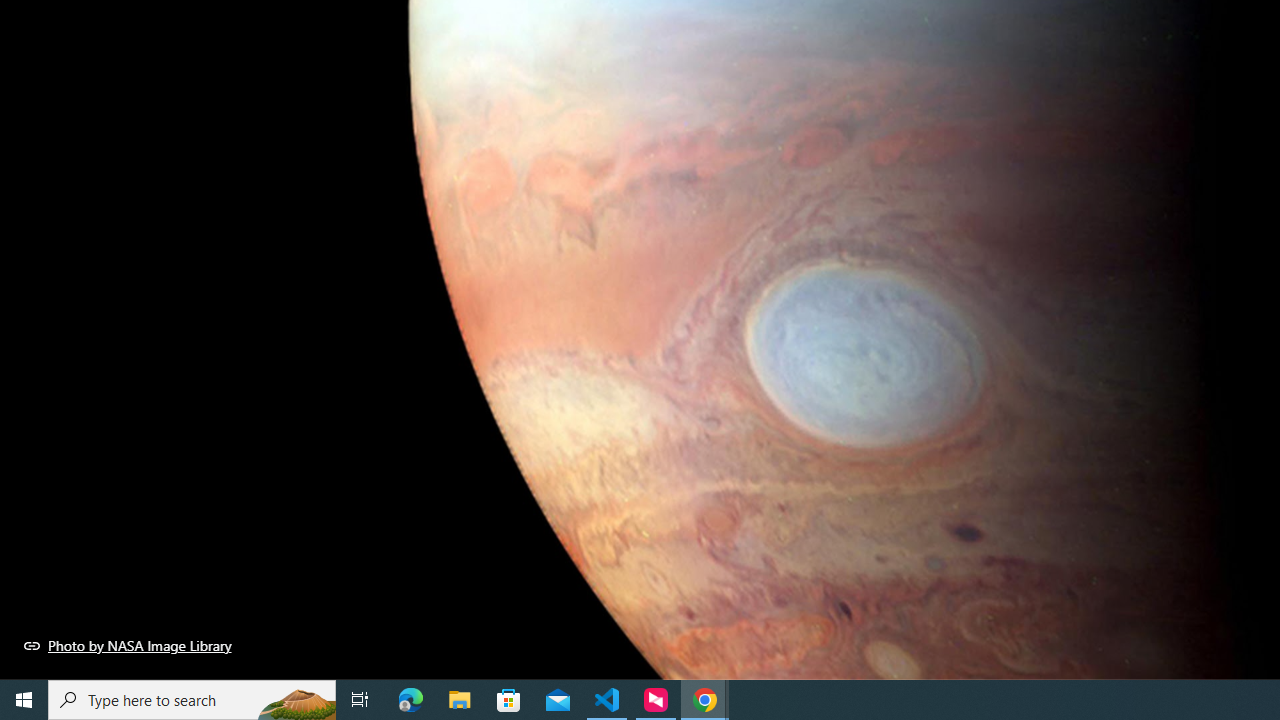 Image resolution: width=1280 pixels, height=720 pixels. What do you see at coordinates (127, 645) in the screenshot?
I see `'Photo by NASA Image Library'` at bounding box center [127, 645].